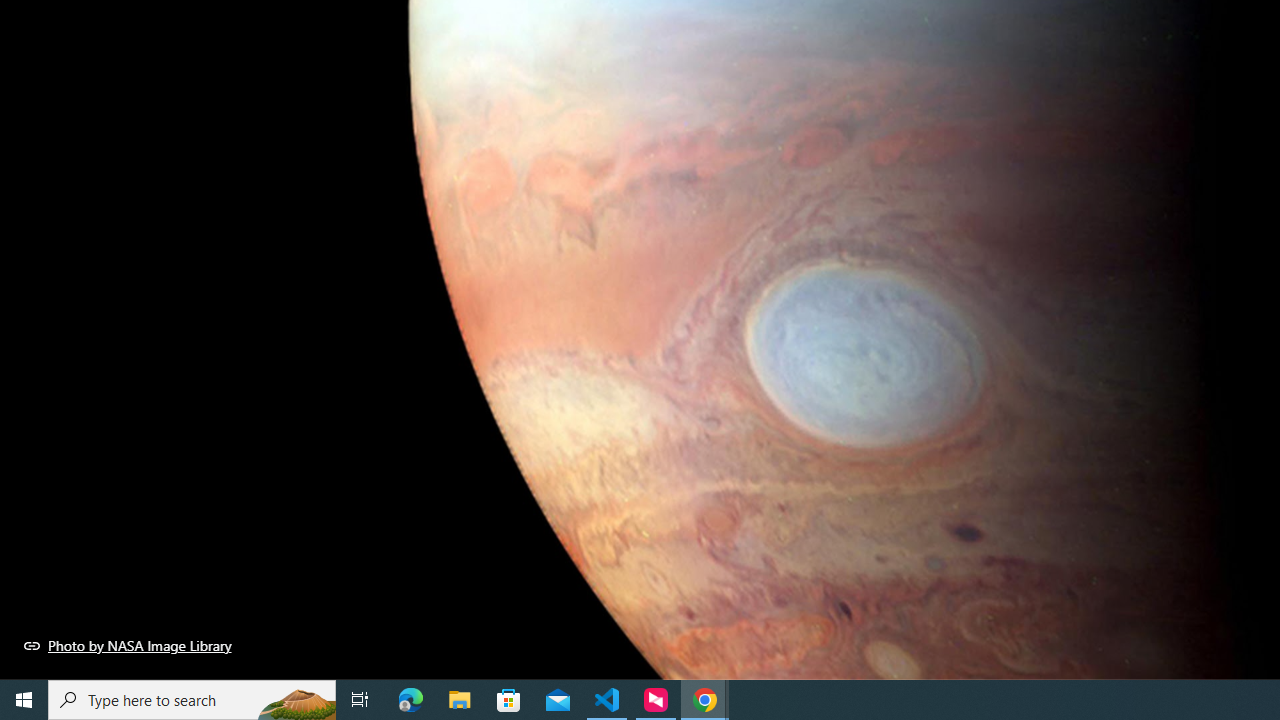 Image resolution: width=1280 pixels, height=720 pixels. What do you see at coordinates (127, 645) in the screenshot?
I see `'Photo by NASA Image Library'` at bounding box center [127, 645].